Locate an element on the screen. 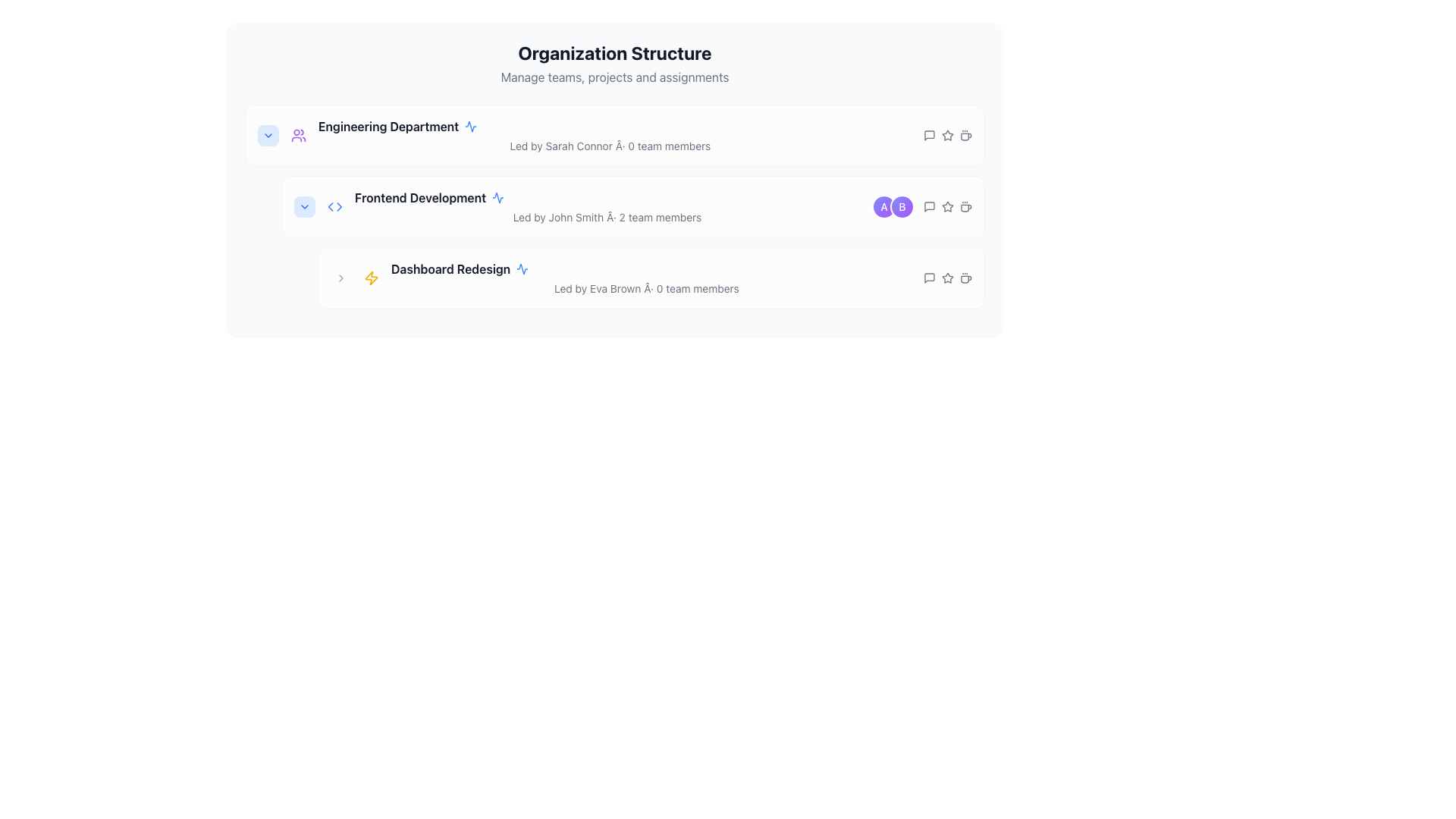 Image resolution: width=1456 pixels, height=819 pixels. the coffee mug icon located in the third row, far right is located at coordinates (965, 279).